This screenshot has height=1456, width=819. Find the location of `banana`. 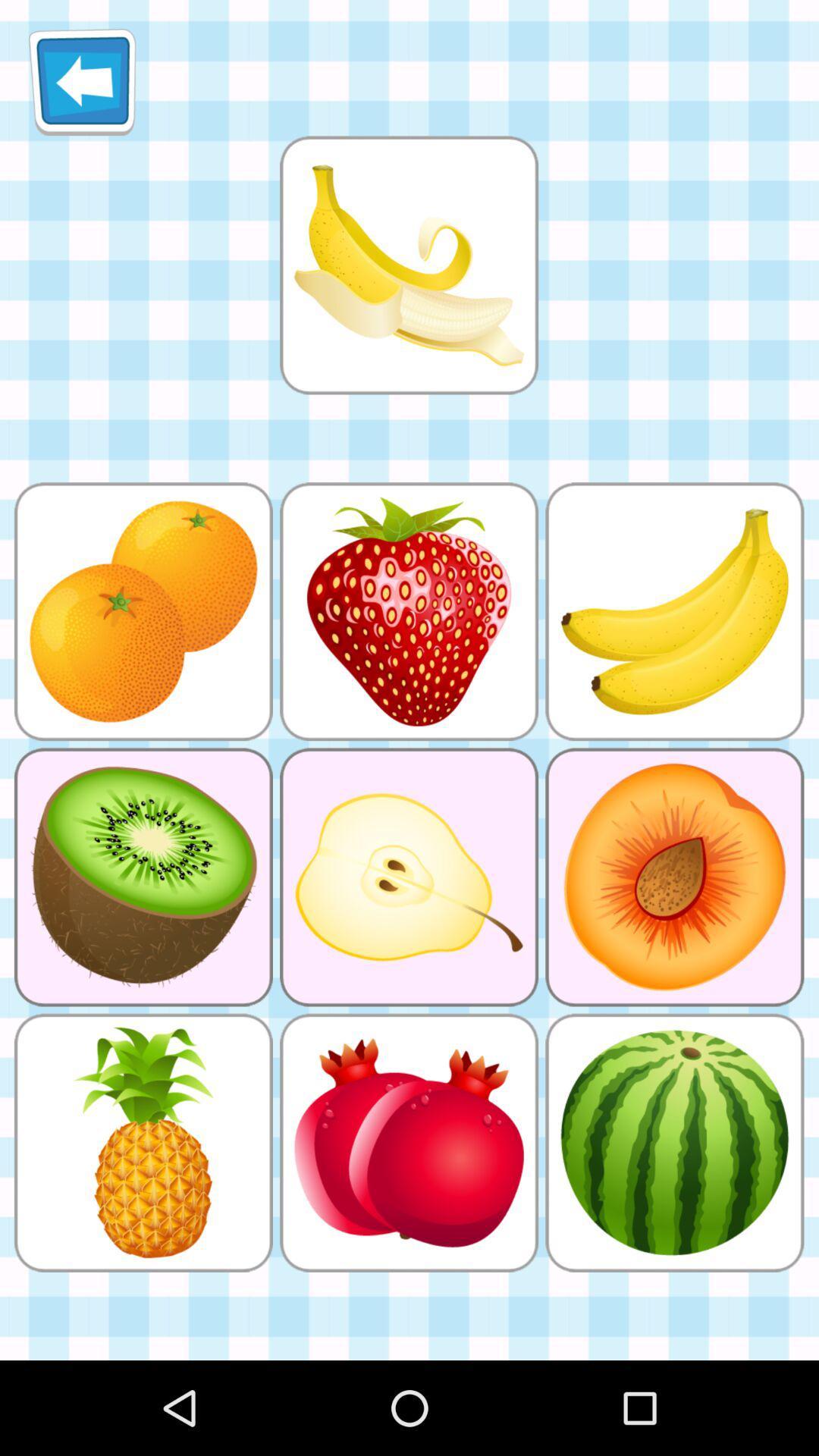

banana is located at coordinates (408, 265).